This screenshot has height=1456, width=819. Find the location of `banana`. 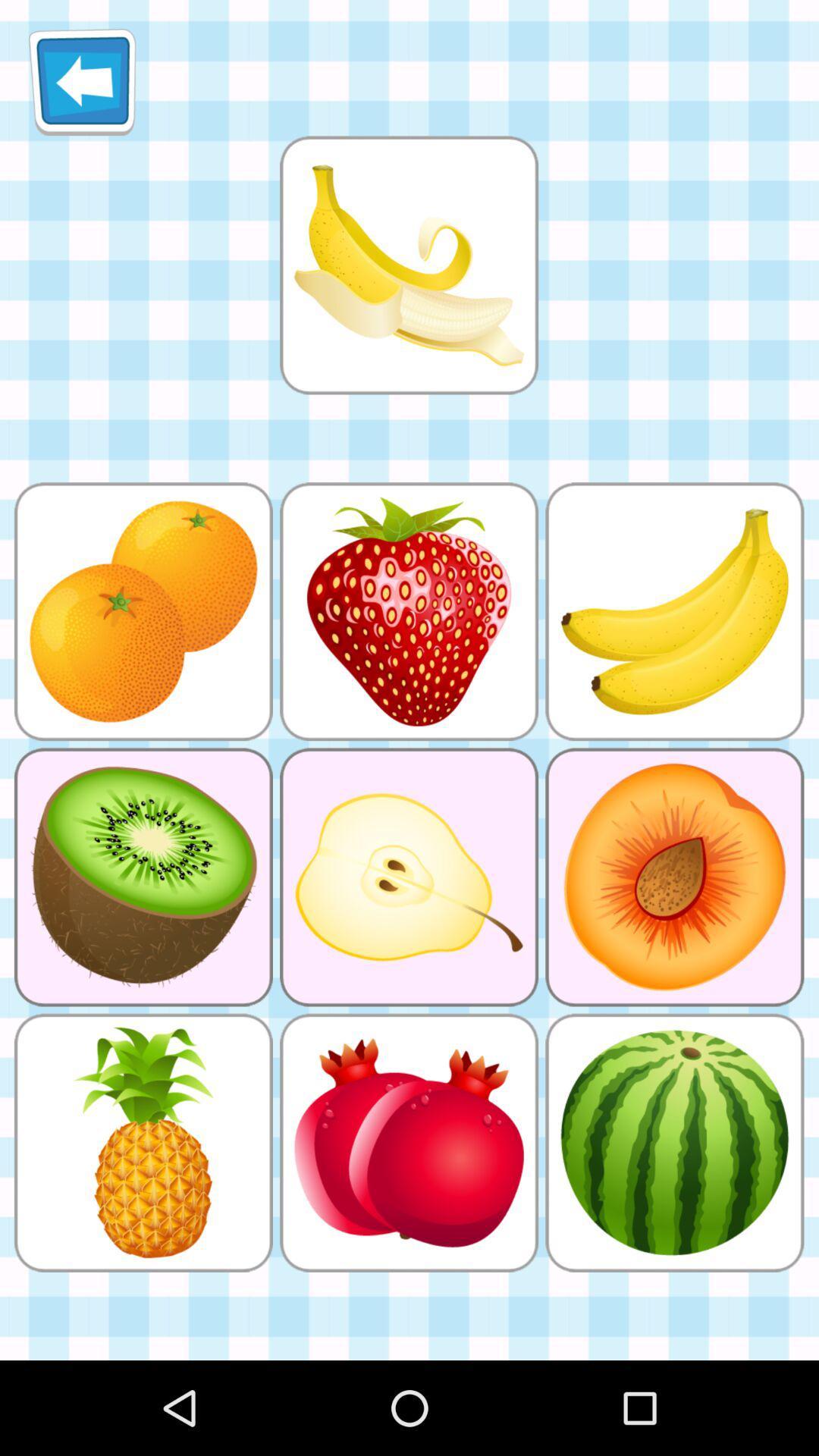

banana is located at coordinates (408, 265).